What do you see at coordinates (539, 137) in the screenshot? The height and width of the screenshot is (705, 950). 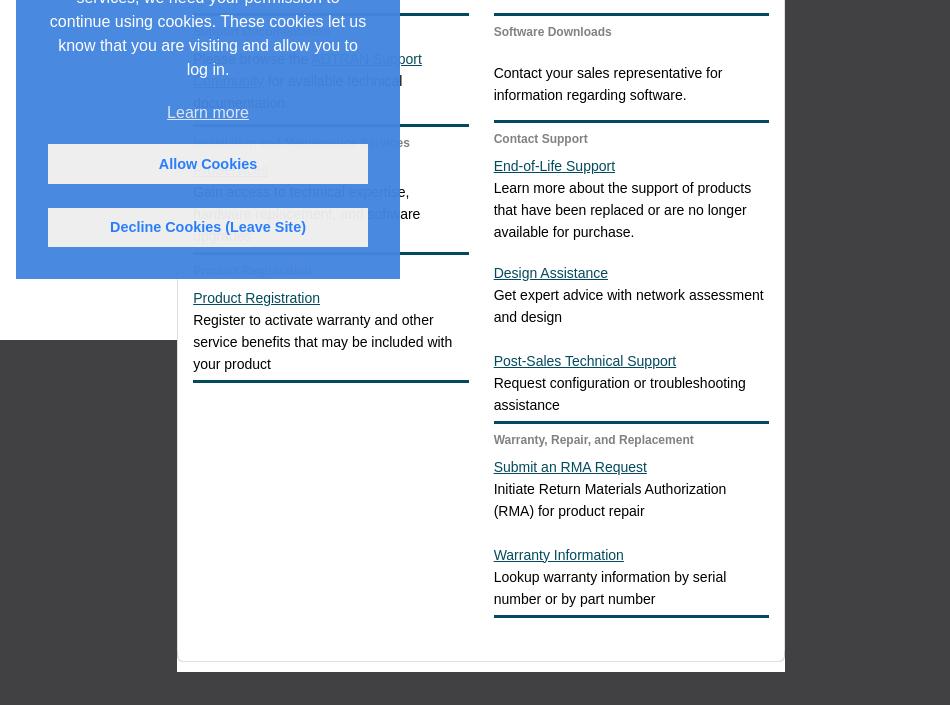 I see `'Contact Support'` at bounding box center [539, 137].